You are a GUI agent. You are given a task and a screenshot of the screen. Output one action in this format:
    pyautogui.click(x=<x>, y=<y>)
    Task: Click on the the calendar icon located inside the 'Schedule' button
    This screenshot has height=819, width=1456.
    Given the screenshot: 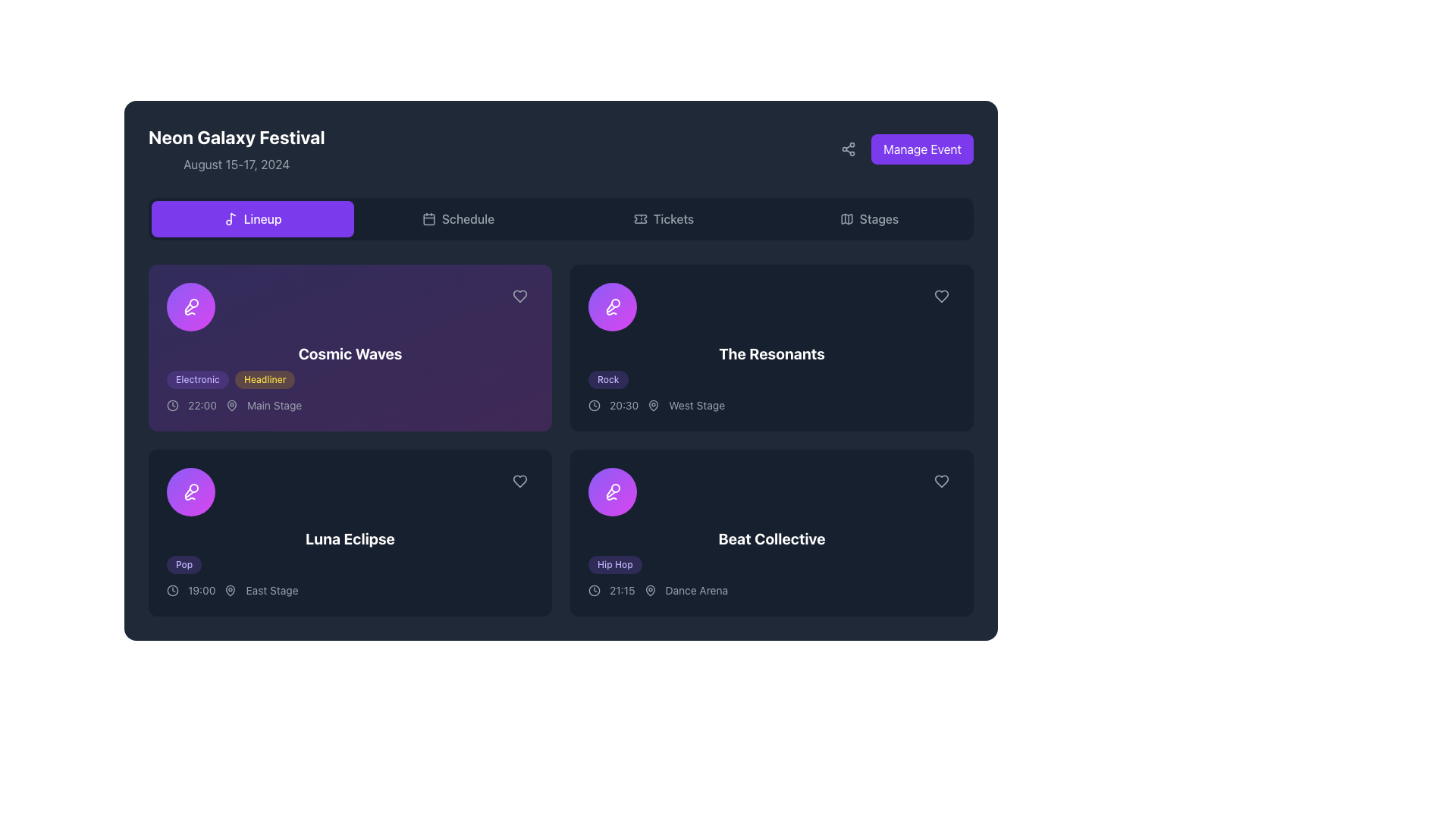 What is the action you would take?
    pyautogui.click(x=428, y=219)
    